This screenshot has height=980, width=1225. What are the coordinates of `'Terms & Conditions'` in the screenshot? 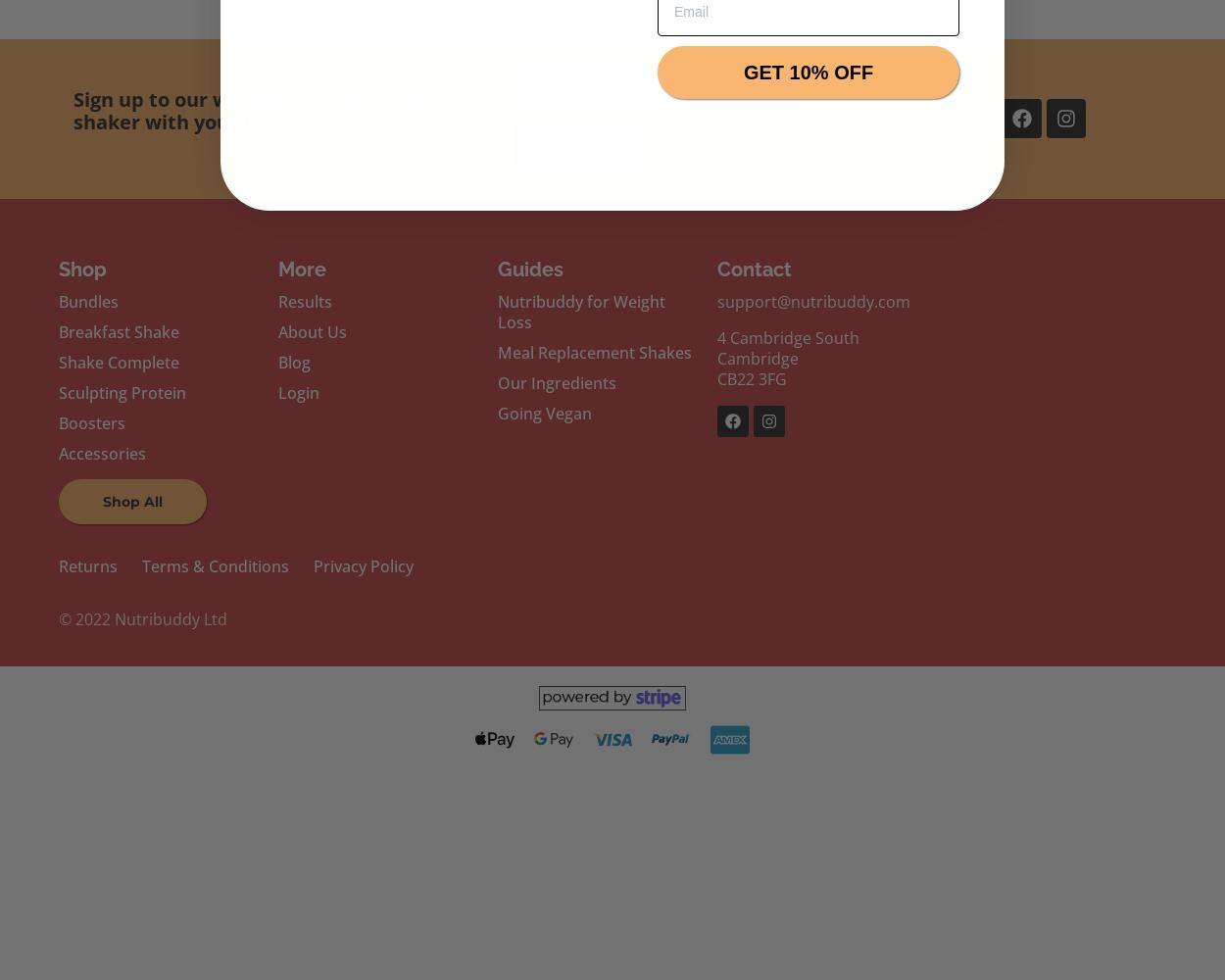 It's located at (214, 565).